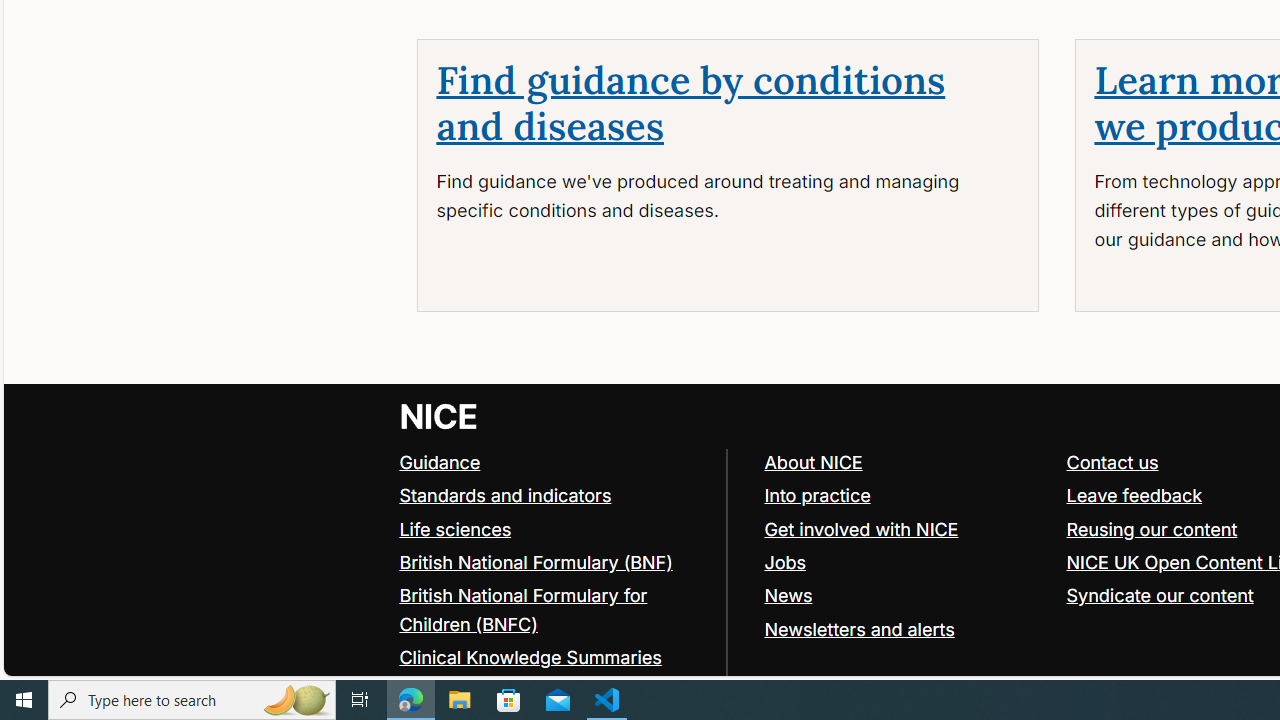 The height and width of the screenshot is (720, 1280). What do you see at coordinates (691, 103) in the screenshot?
I see `'Find guidance by conditions and diseases'` at bounding box center [691, 103].